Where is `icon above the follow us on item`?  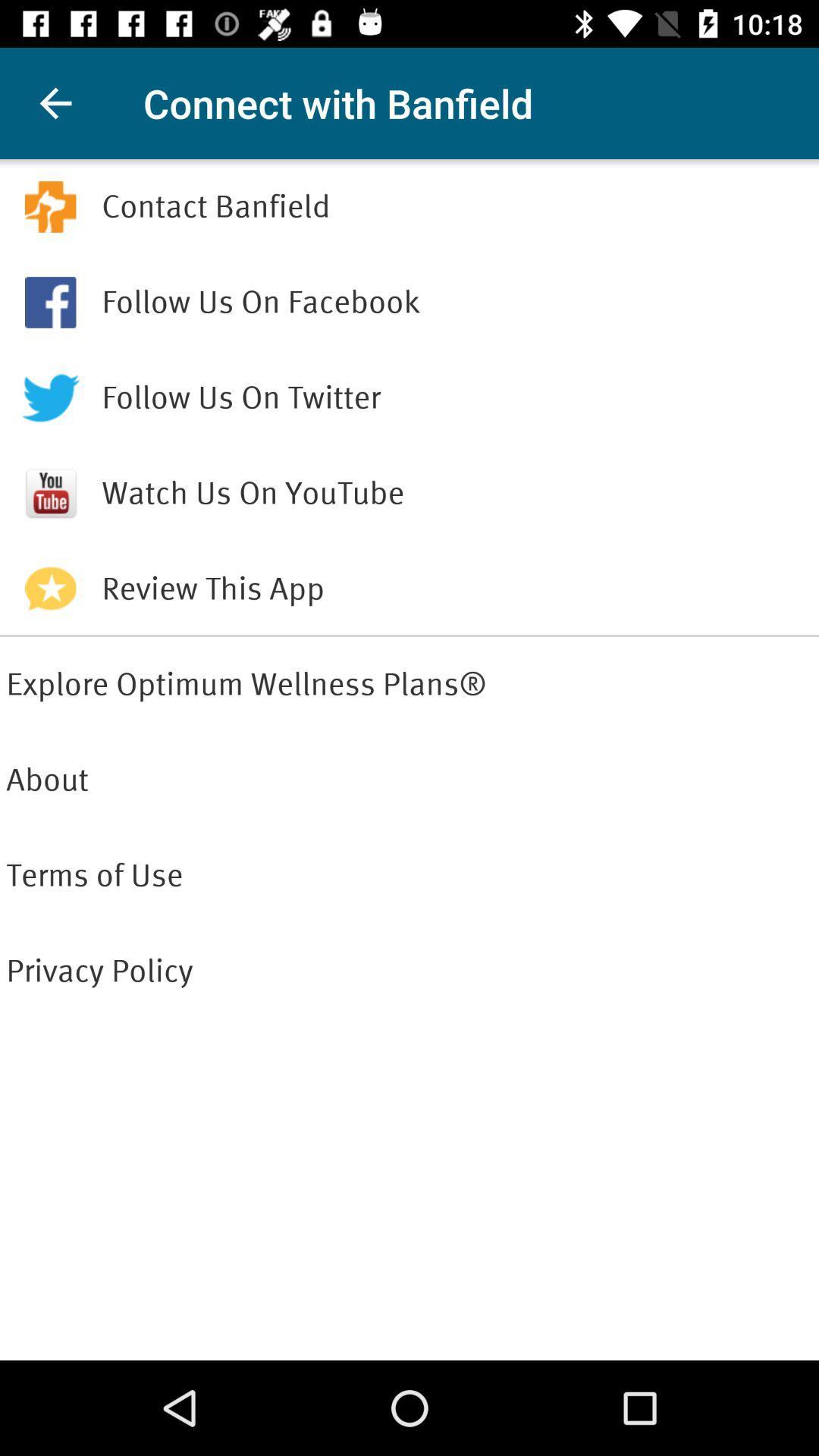 icon above the follow us on item is located at coordinates (456, 206).